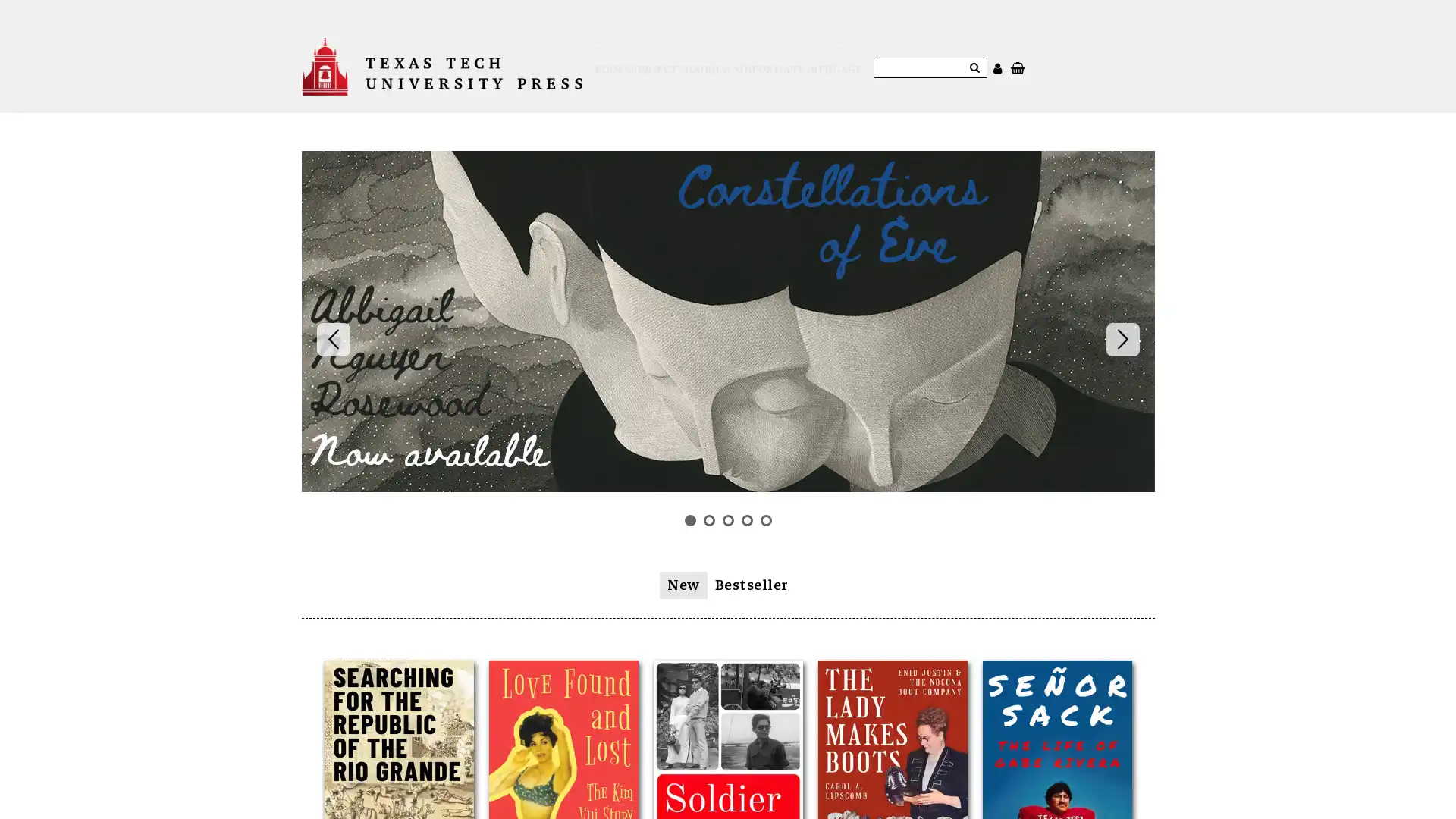  What do you see at coordinates (1016, 58) in the screenshot?
I see `SEARCH` at bounding box center [1016, 58].